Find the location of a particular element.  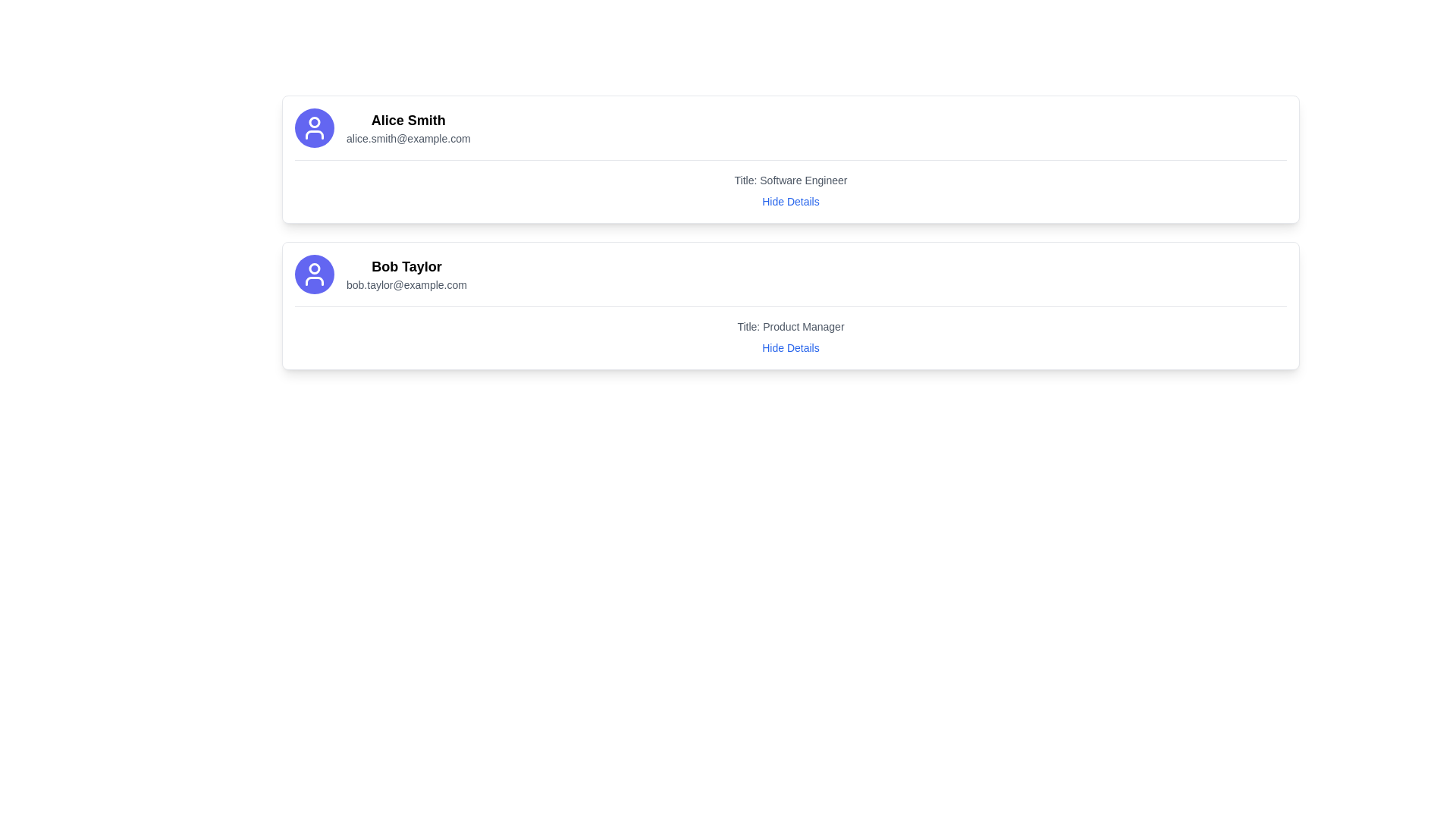

the plain text label displaying the email address 'alice.smith@example.com', which is styled in small gray font and positioned beneath 'Alice Smith' in the top card is located at coordinates (408, 138).